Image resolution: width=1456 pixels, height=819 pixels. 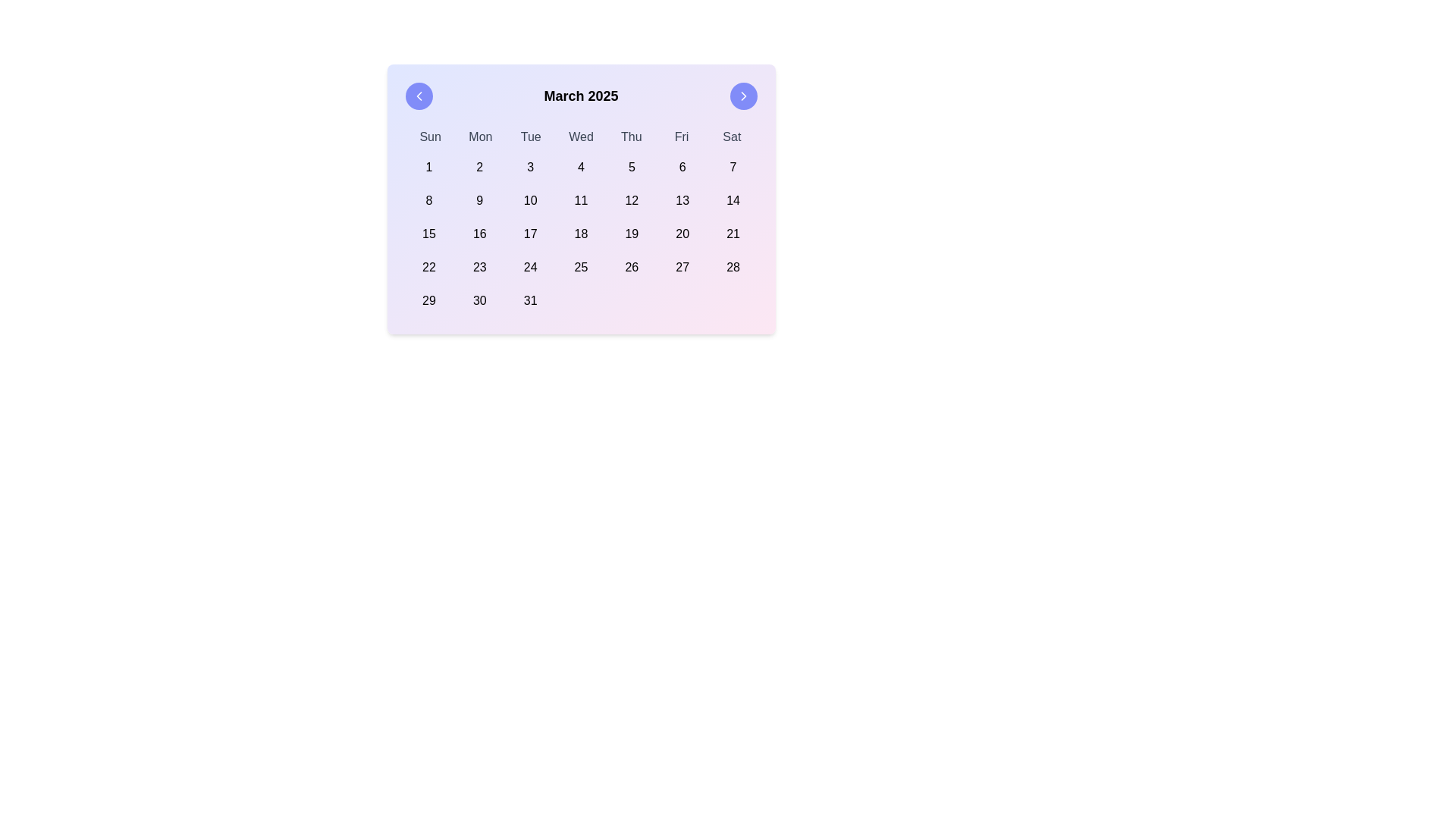 I want to click on the button with a purple background and the number '11' centered in bold black font for keyboard navigation, so click(x=580, y=200).